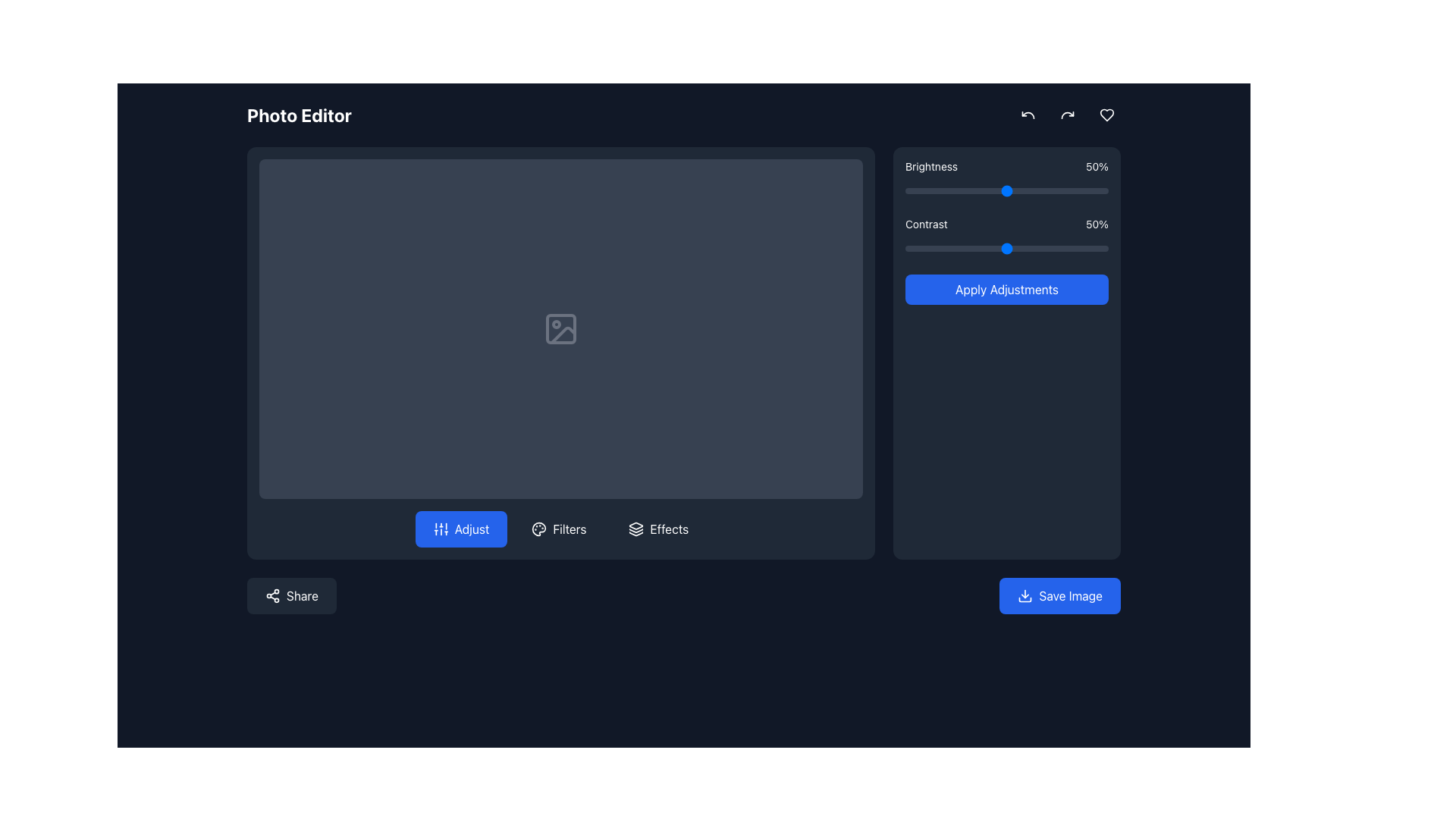 Image resolution: width=1456 pixels, height=819 pixels. I want to click on the static text label displaying the current value of the contrast setting, located on the far-right side of the contrast adjustment section, so click(1097, 224).